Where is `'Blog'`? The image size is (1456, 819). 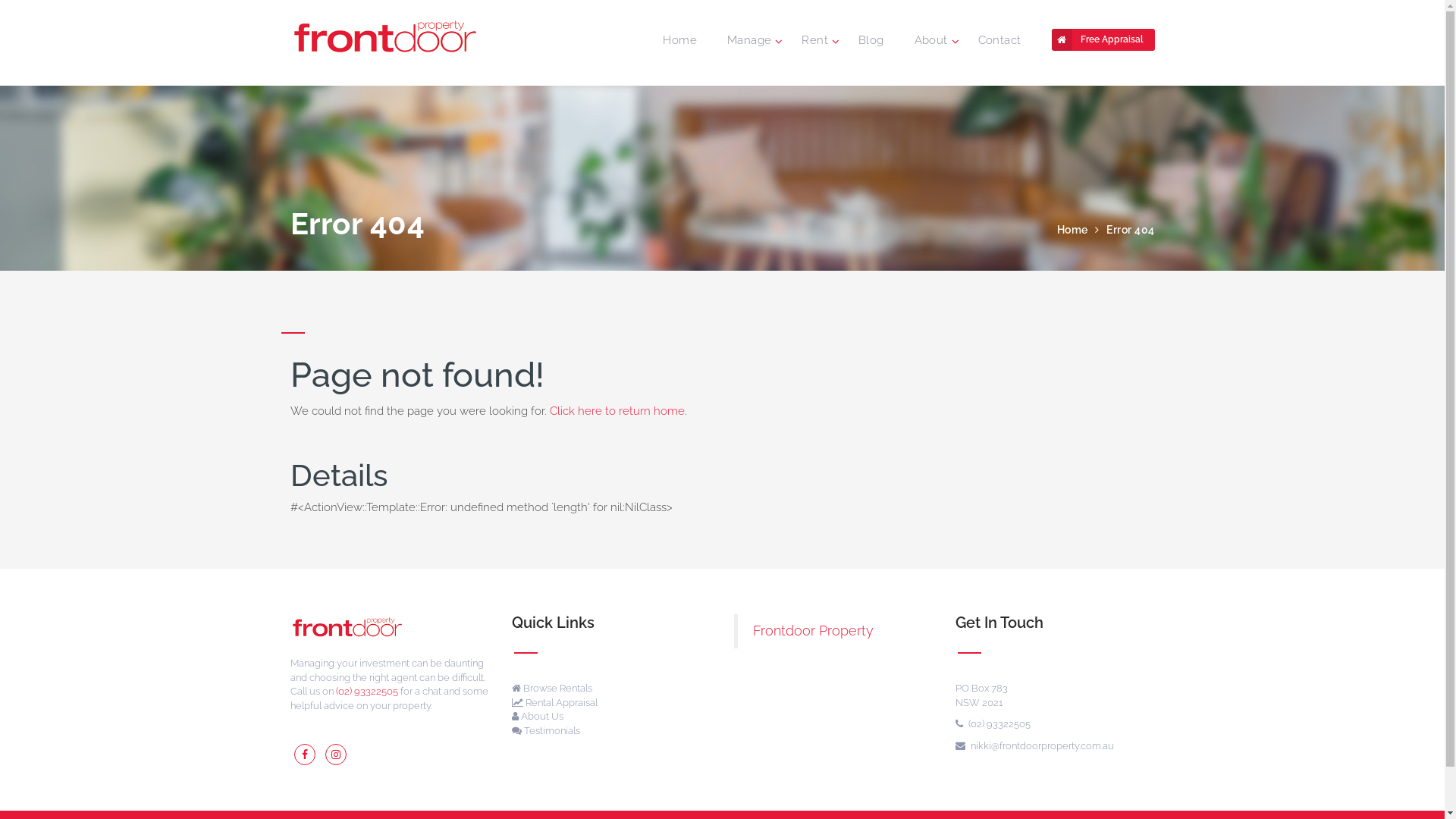
'Blog' is located at coordinates (871, 39).